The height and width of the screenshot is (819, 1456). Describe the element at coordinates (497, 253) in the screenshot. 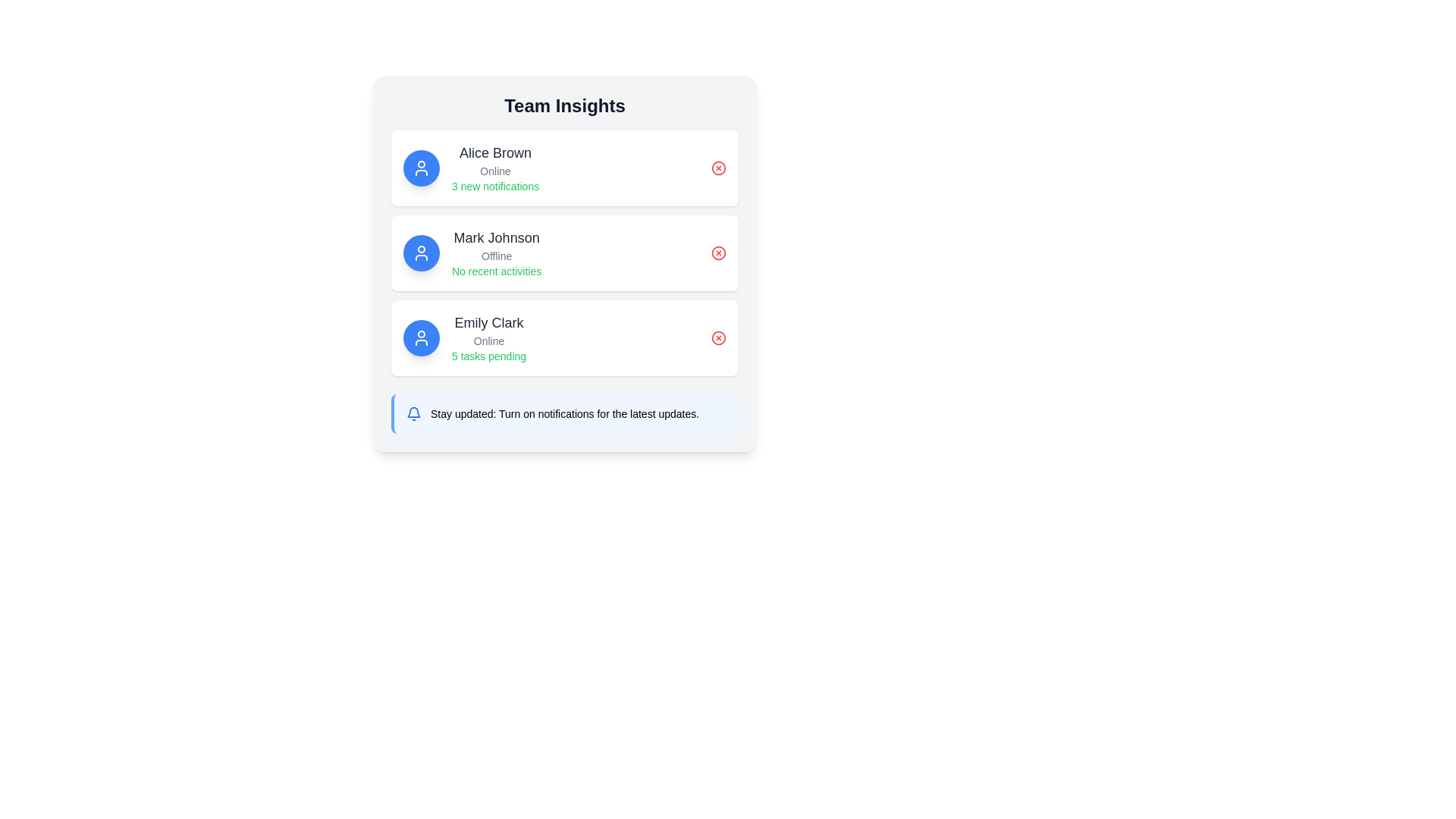

I see `the name 'Mark Johnson' or the online/offline status` at that location.